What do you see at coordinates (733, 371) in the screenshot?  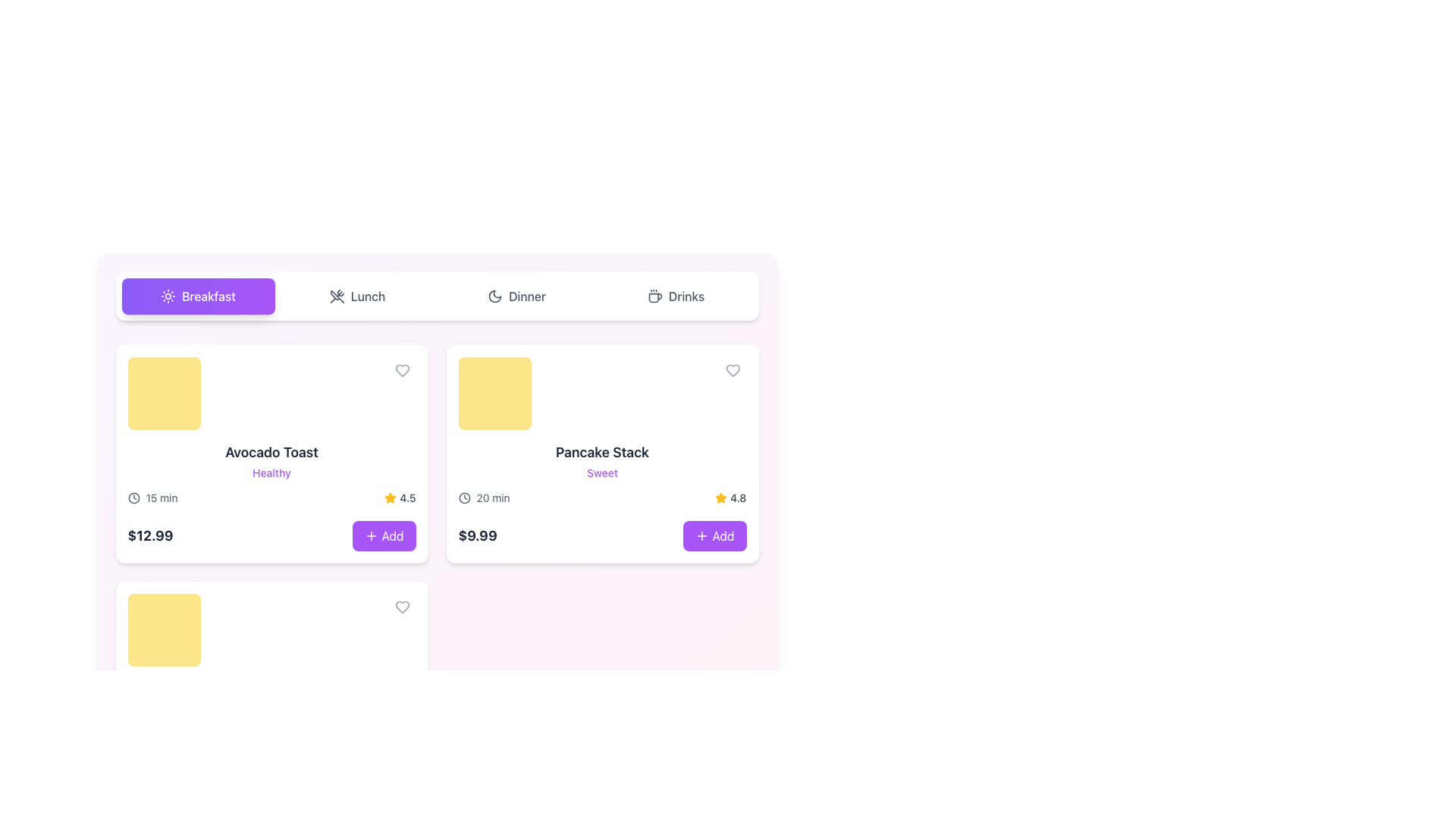 I see `the heart-shaped icon in the top-right corner of the 'Pancake Stack' menu item card` at bounding box center [733, 371].